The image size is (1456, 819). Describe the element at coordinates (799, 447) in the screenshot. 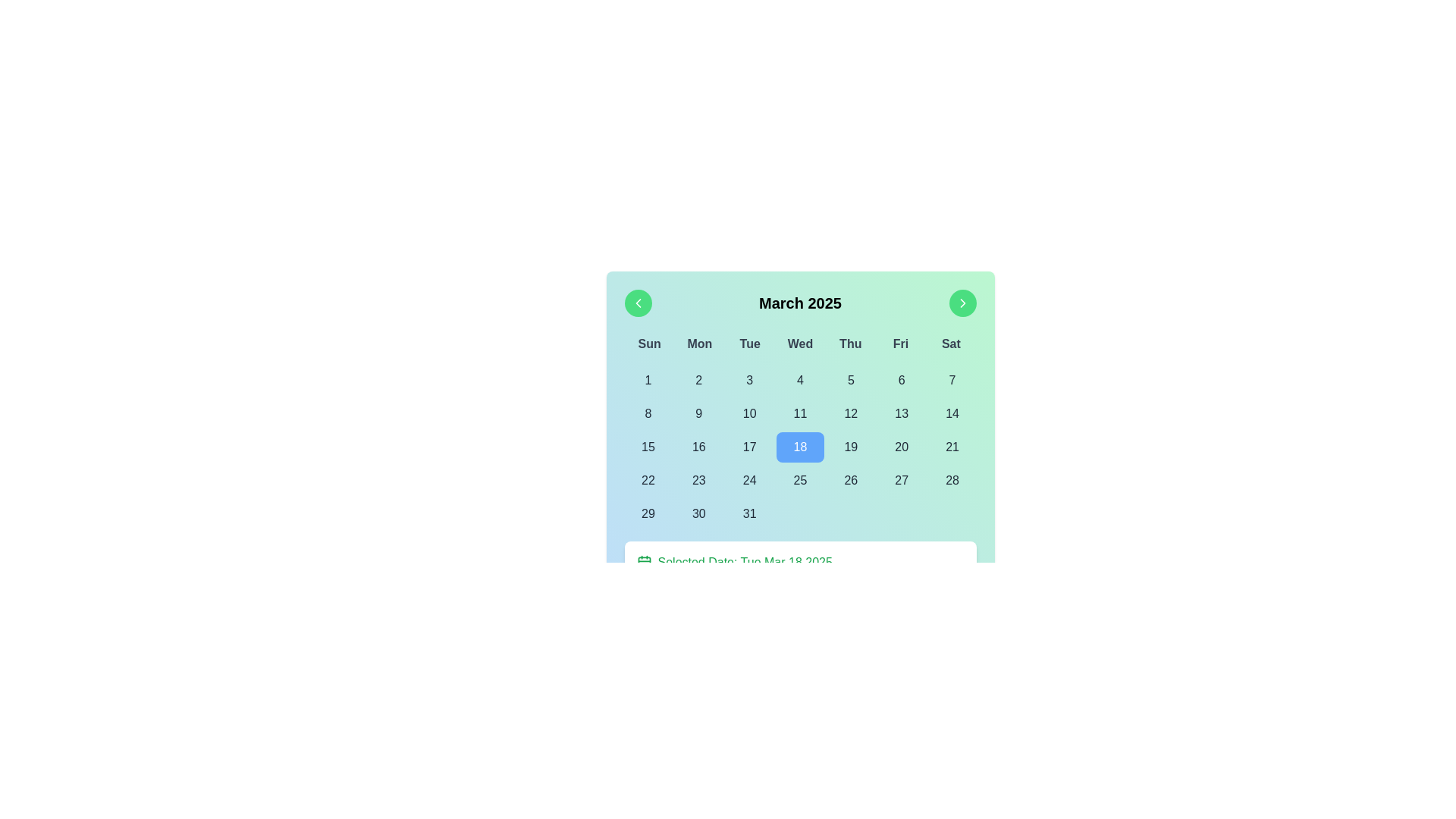

I see `on the calendar grid` at that location.